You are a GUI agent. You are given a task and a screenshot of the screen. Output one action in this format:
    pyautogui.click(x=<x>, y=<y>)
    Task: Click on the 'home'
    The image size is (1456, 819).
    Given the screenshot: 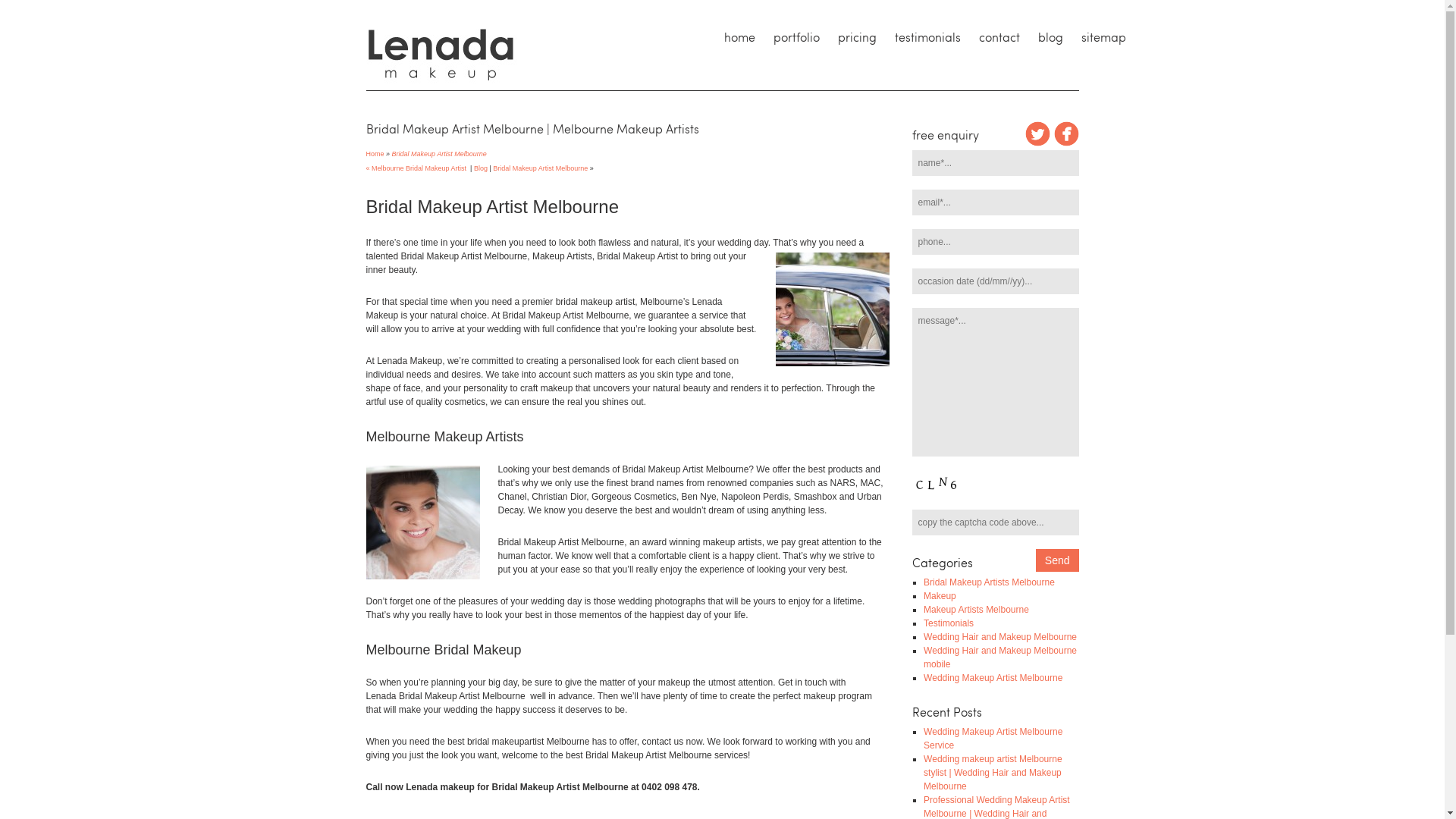 What is the action you would take?
    pyautogui.click(x=739, y=36)
    